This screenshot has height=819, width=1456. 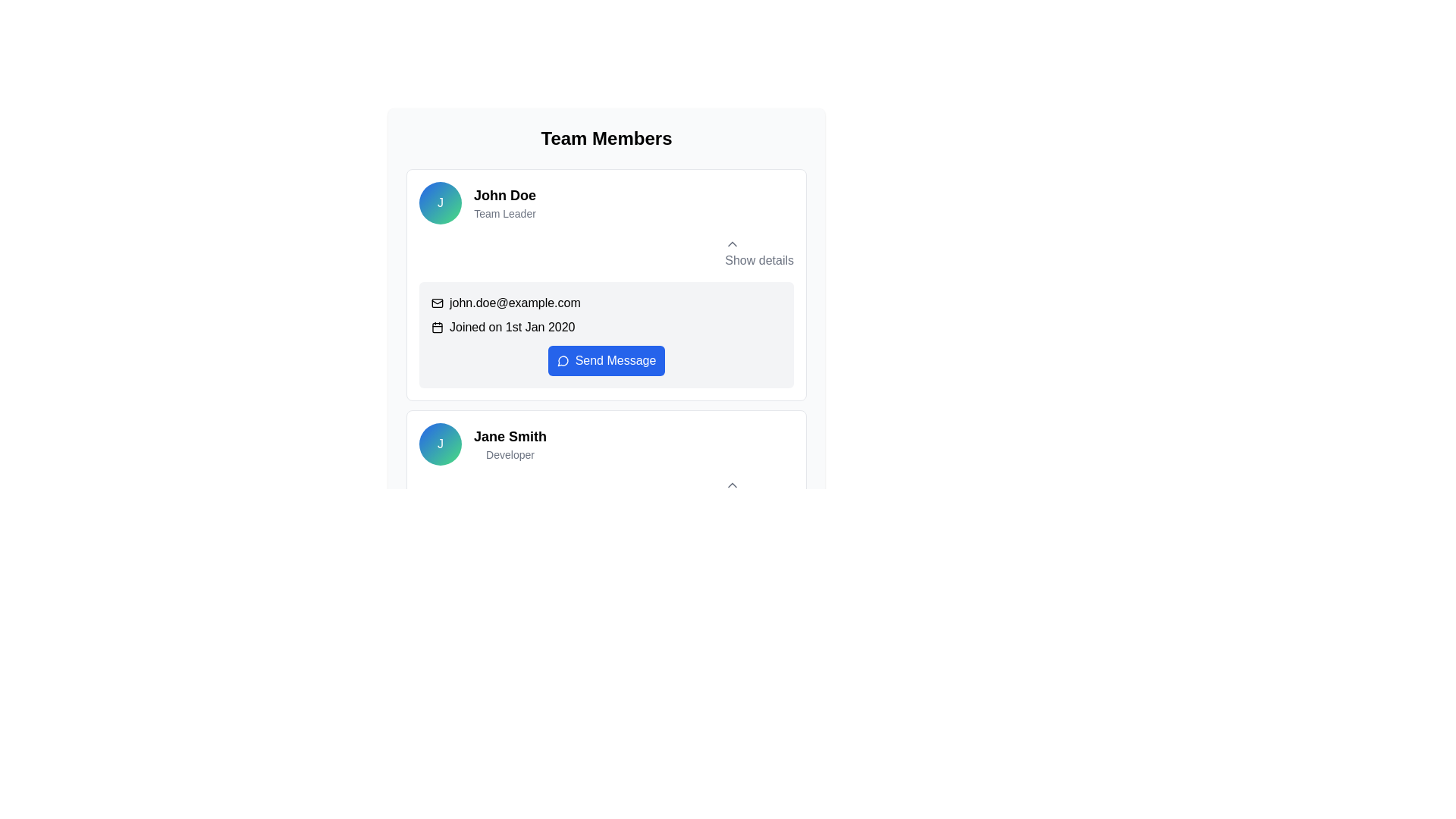 What do you see at coordinates (510, 444) in the screenshot?
I see `the text label that provides information about a person's name and role within the second team member card under 'Team Members', located to the right of the circular avatar labeled as 'J'` at bounding box center [510, 444].